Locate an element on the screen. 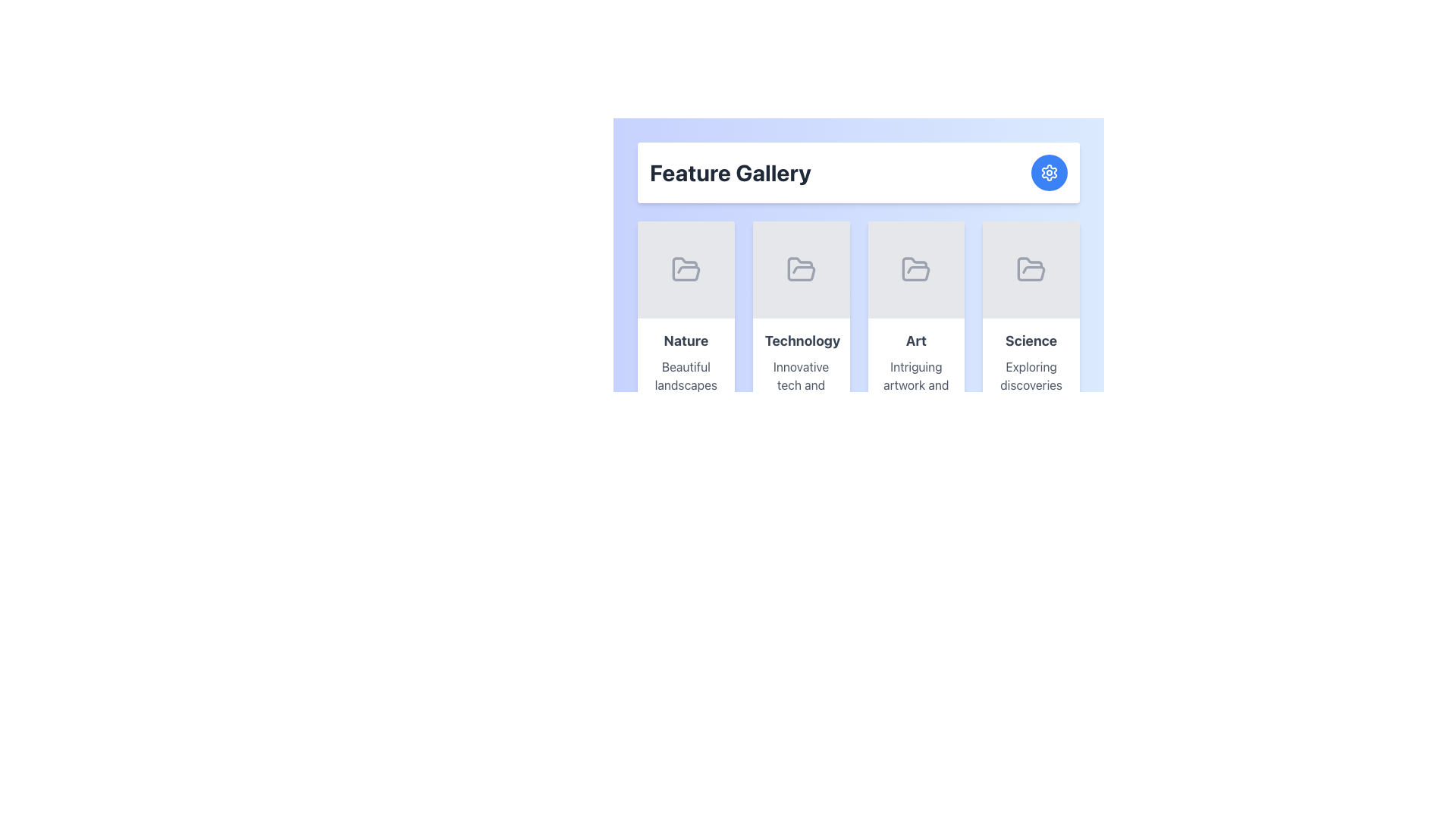 The width and height of the screenshot is (1456, 819). properties of the SVG icon representing a folder located in the third column under the 'Art' category is located at coordinates (915, 268).